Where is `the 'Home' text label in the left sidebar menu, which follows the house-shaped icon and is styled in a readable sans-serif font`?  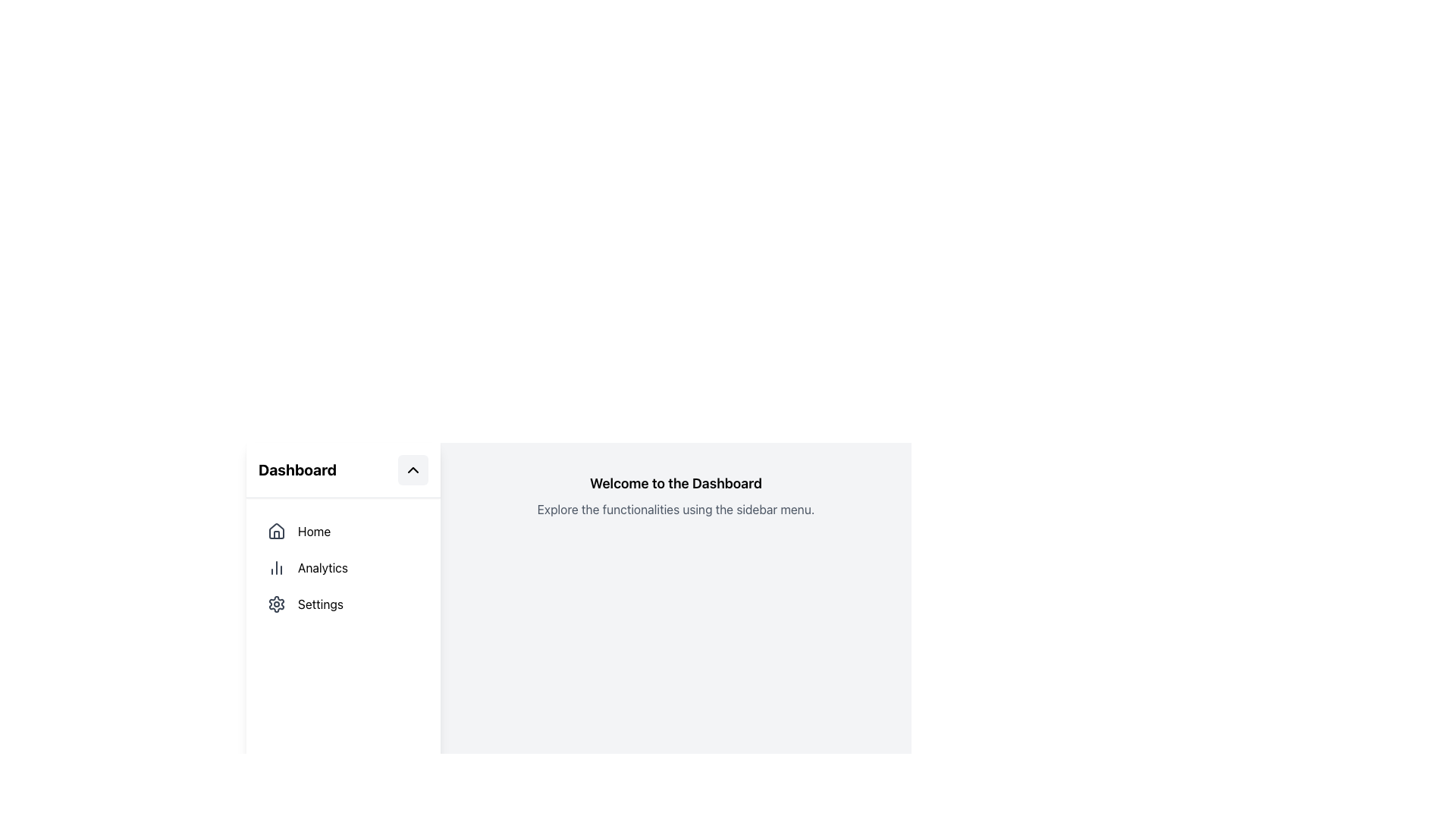
the 'Home' text label in the left sidebar menu, which follows the house-shaped icon and is styled in a readable sans-serif font is located at coordinates (313, 531).